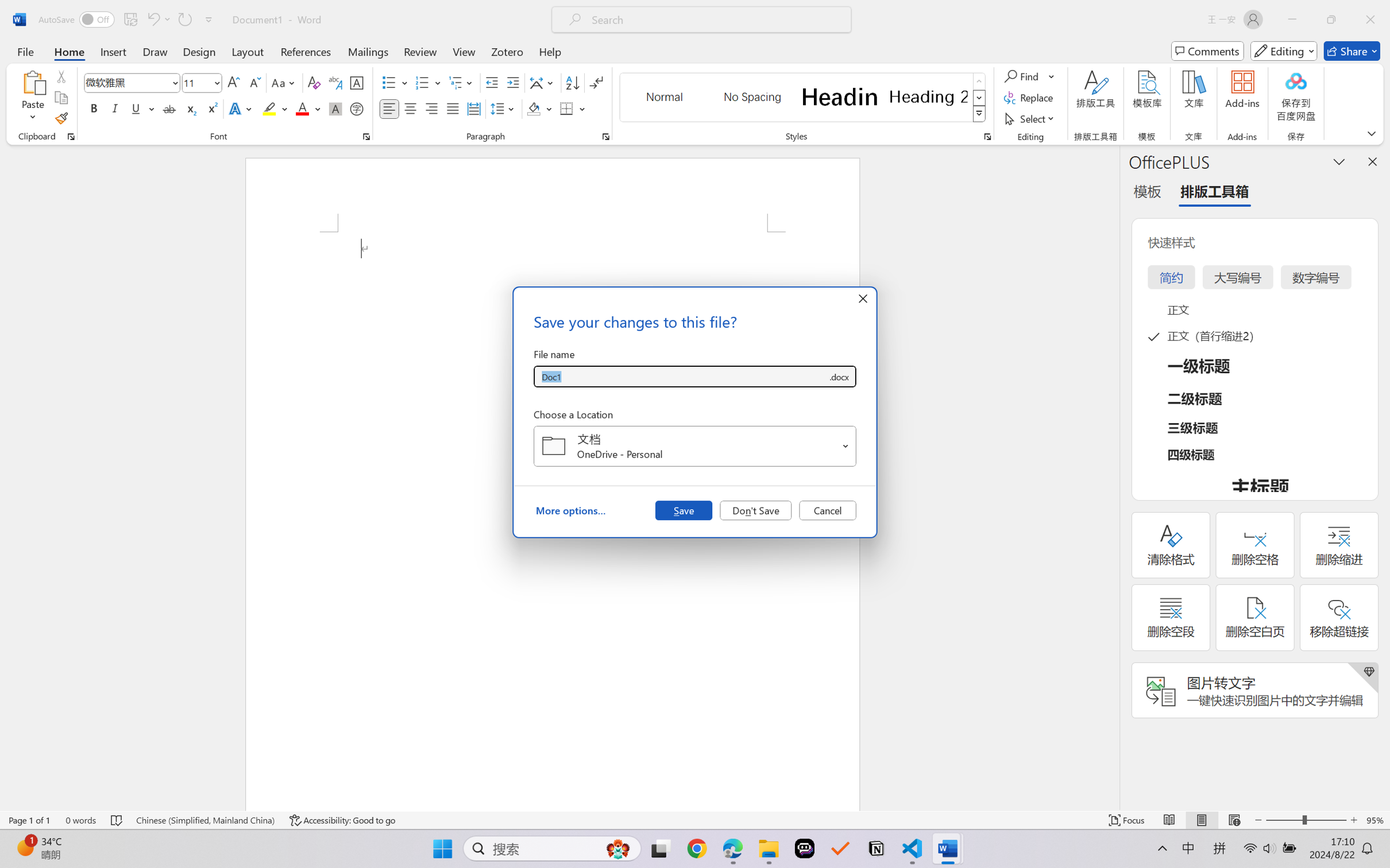  I want to click on 'Microsoft search', so click(716, 19).